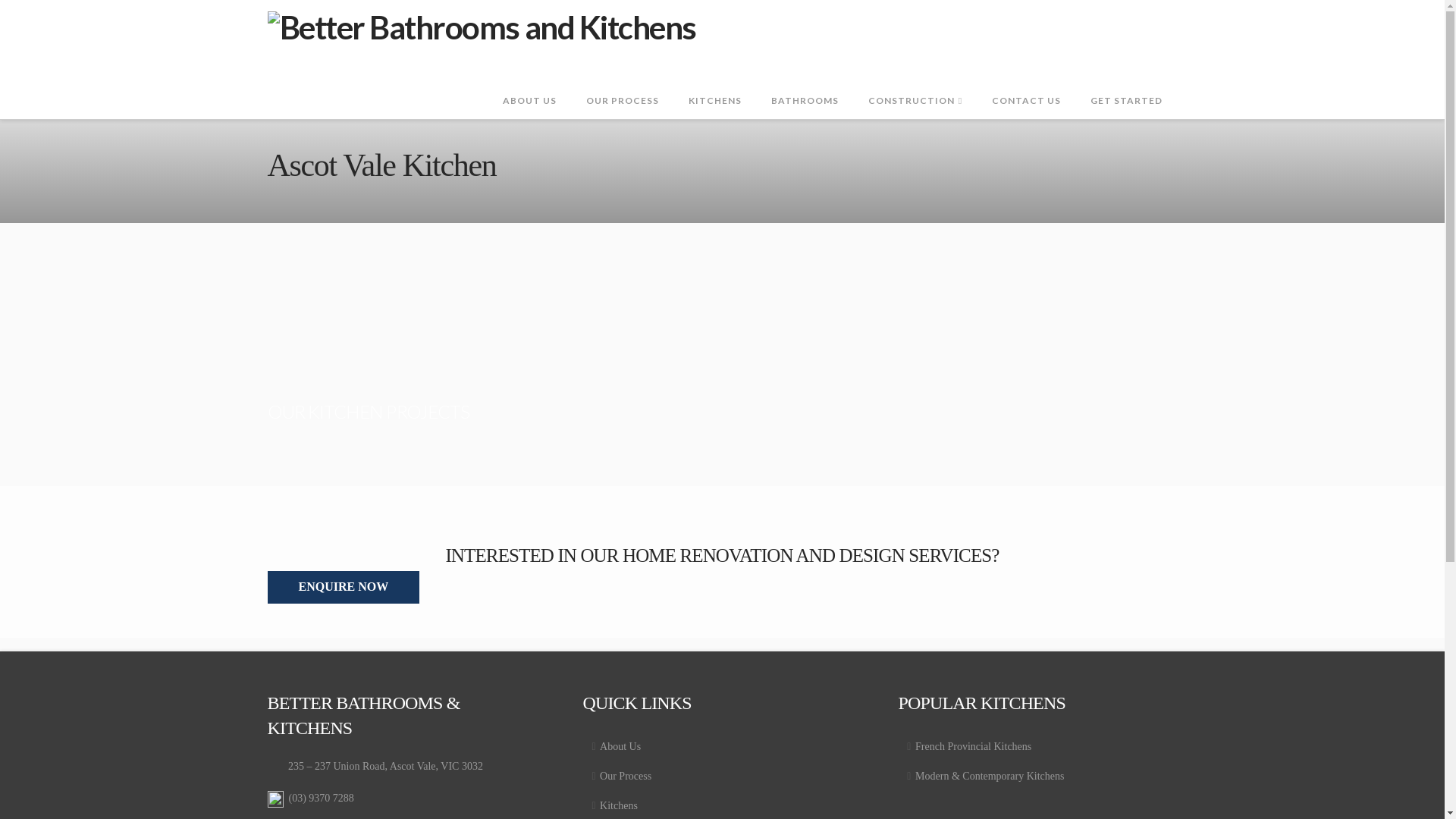 This screenshot has width=1456, height=819. Describe the element at coordinates (1037, 776) in the screenshot. I see `'Modern & Contemporary Kitchens'` at that location.